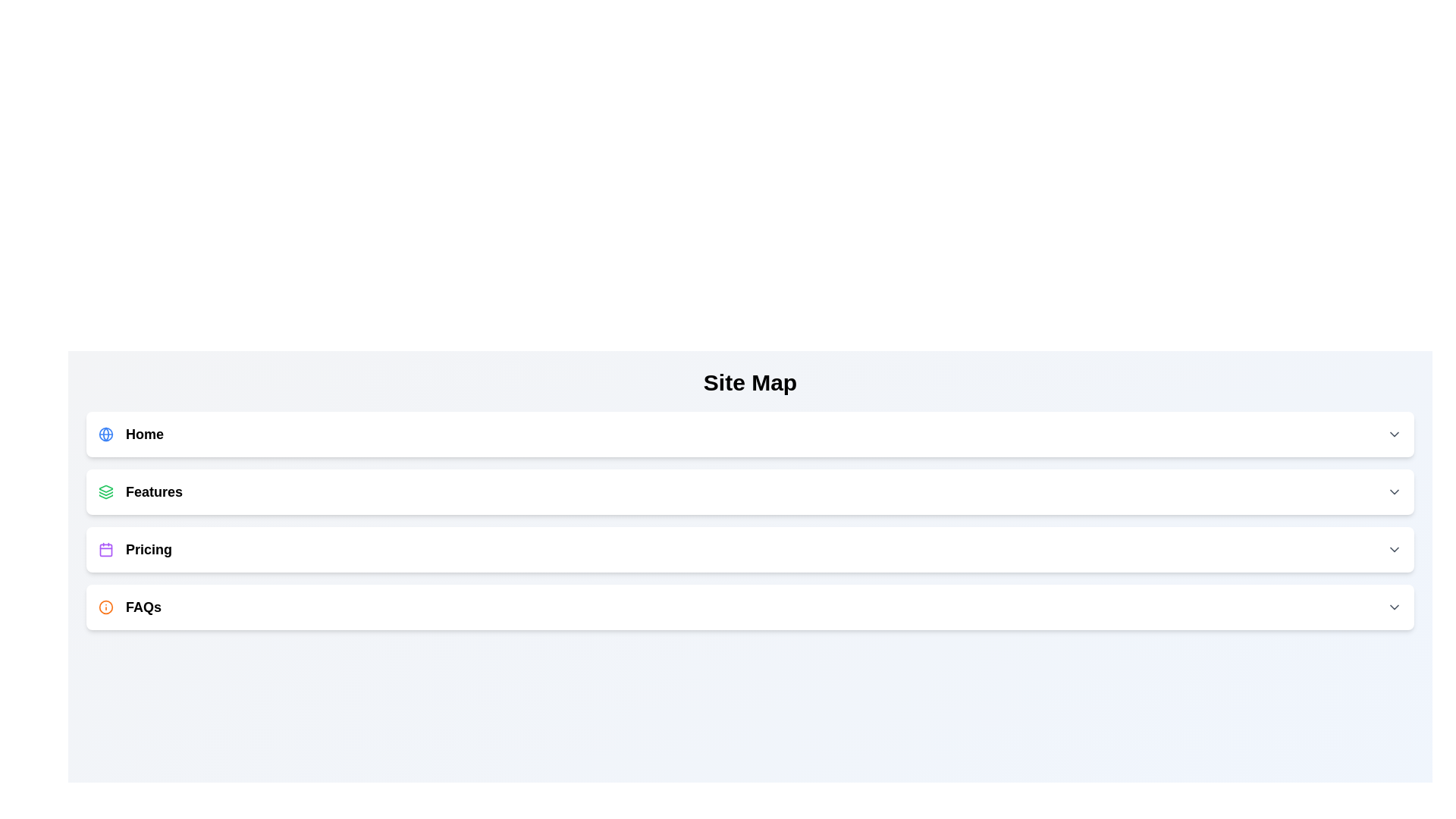 Image resolution: width=1456 pixels, height=819 pixels. Describe the element at coordinates (105, 488) in the screenshot. I see `the topmost triangular shape of the green icon in the 'Features' menu option, which serves as a visual indicator for a specific feature` at that location.